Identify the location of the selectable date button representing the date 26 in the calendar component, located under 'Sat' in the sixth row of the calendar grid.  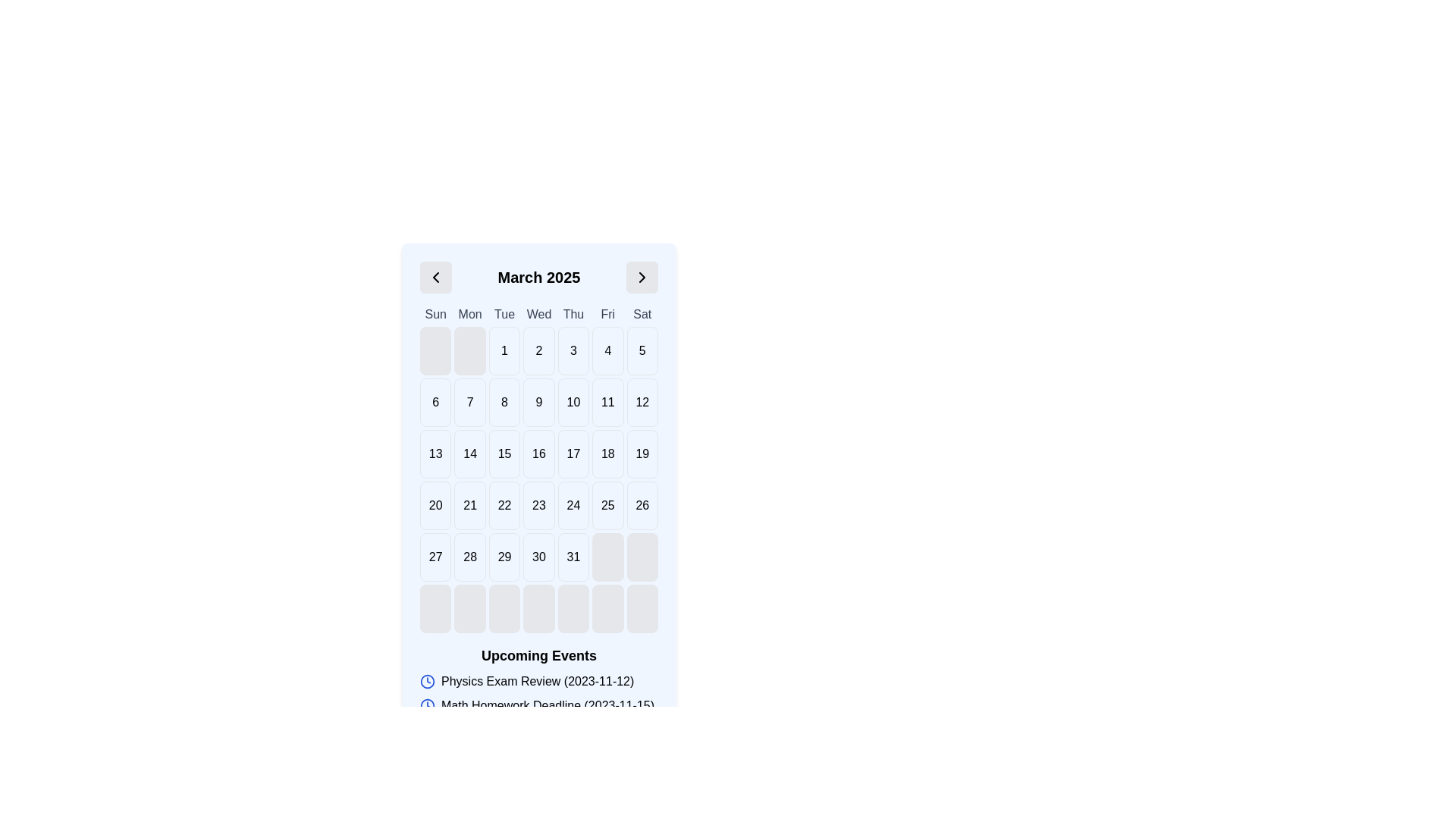
(642, 506).